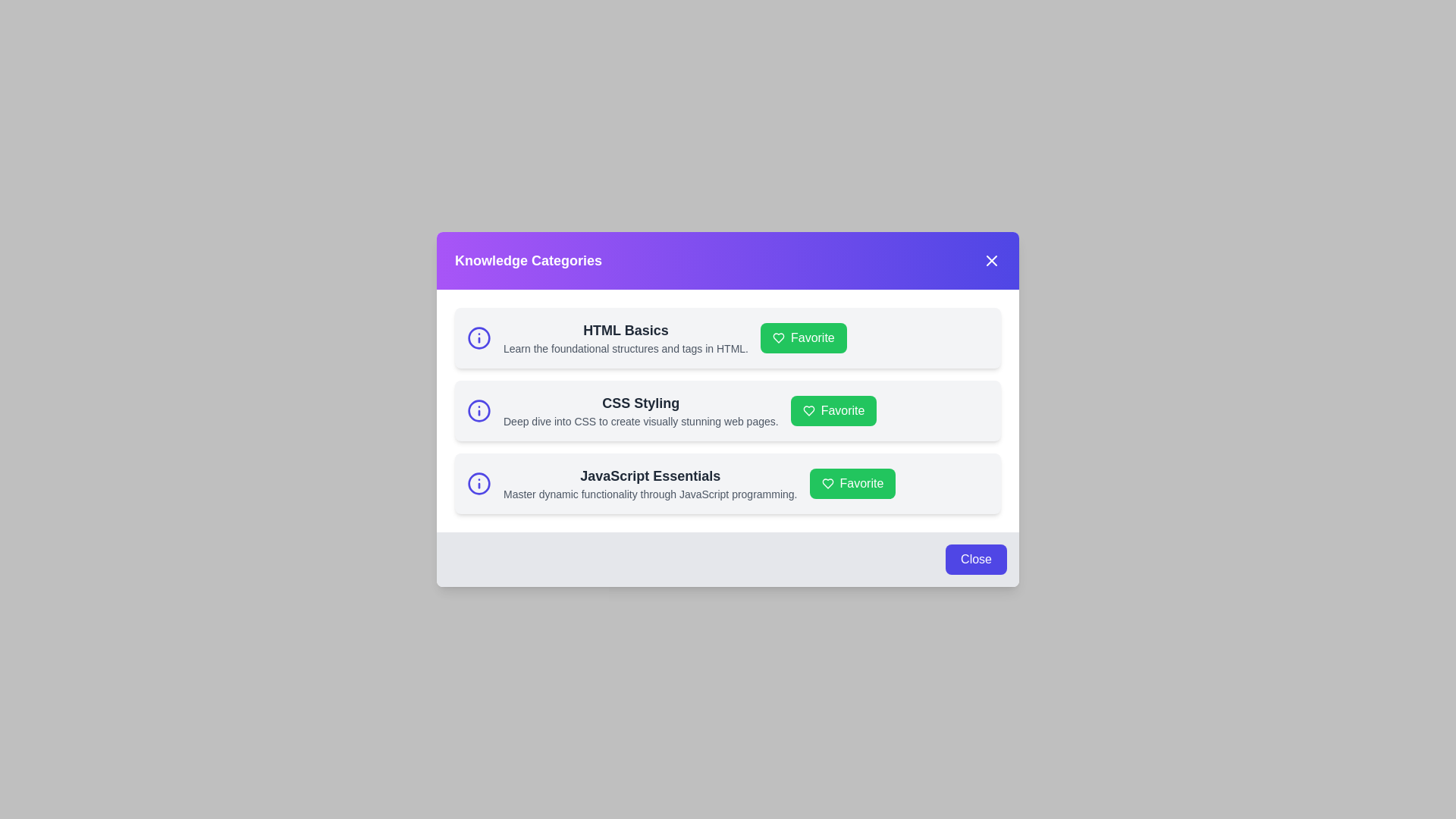 The image size is (1456, 819). What do you see at coordinates (808, 411) in the screenshot?
I see `the heart-shaped outline icon filled with bright green color, located to the left of the 'Favorite' button in the second row of the category list, to interact with it` at bounding box center [808, 411].